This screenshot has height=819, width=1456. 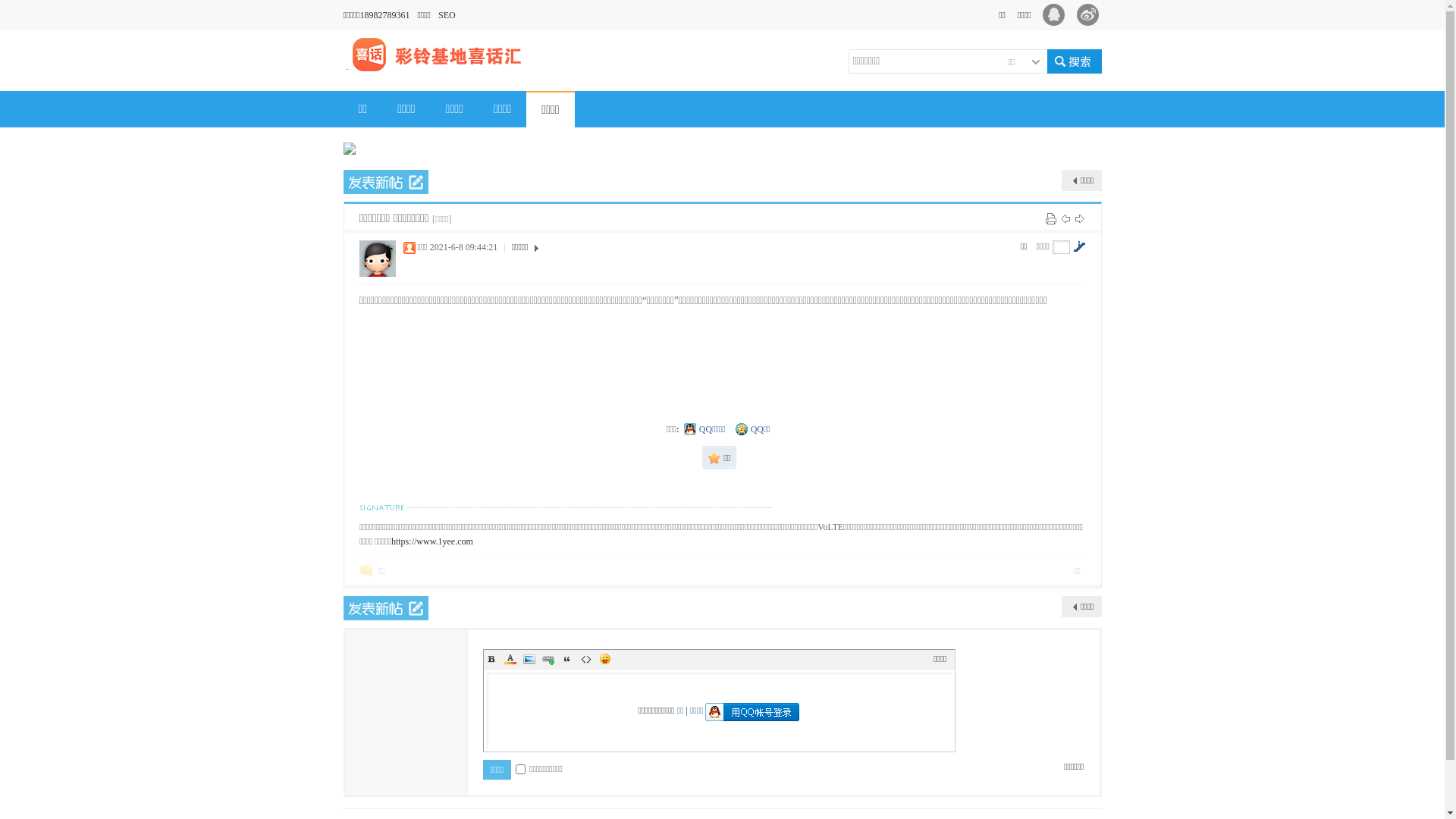 What do you see at coordinates (450, 14) in the screenshot?
I see `'SEO'` at bounding box center [450, 14].